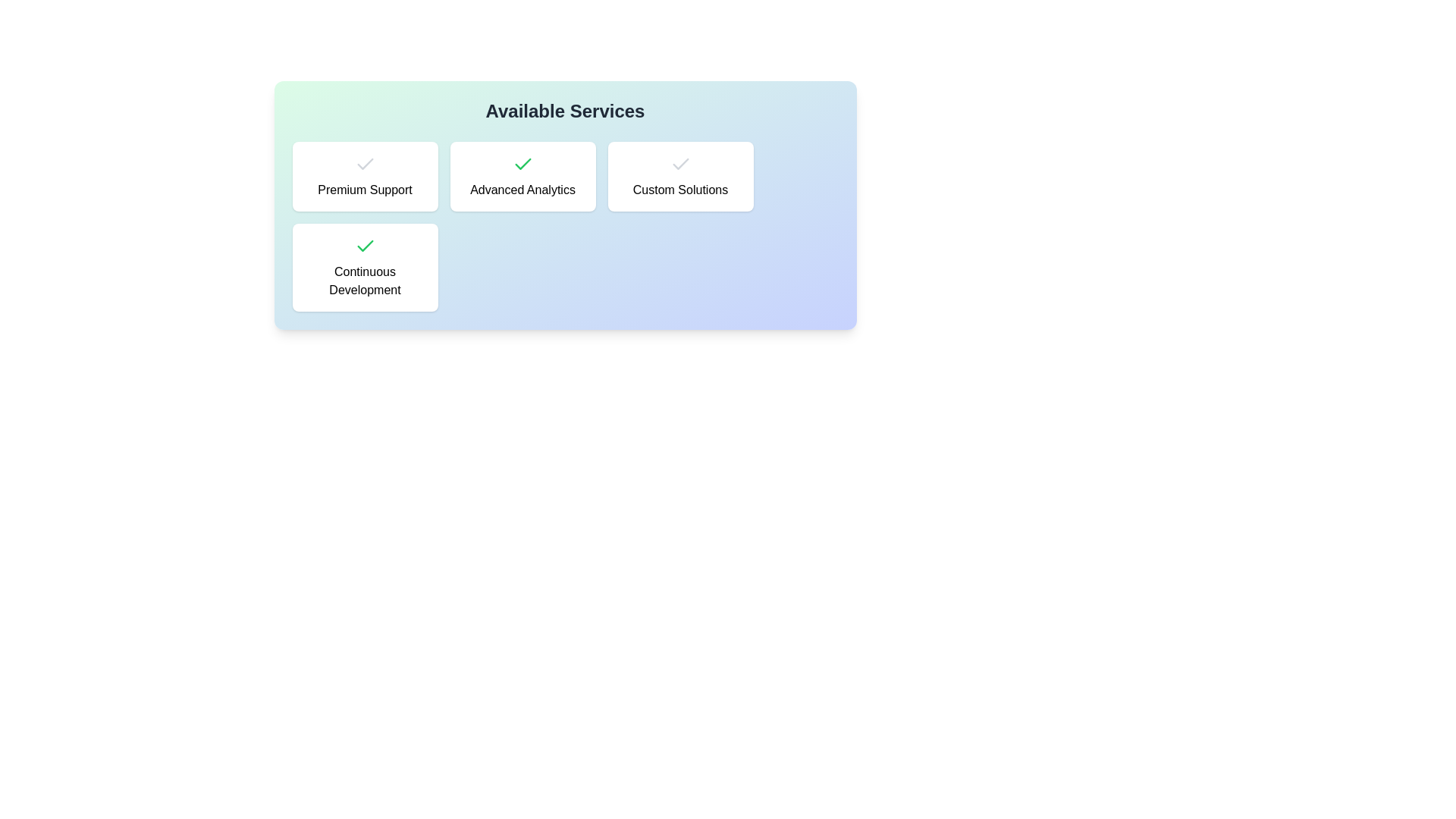  I want to click on the text label indicating 'Advanced Analytics' in the 'Available Services' section, so click(522, 189).